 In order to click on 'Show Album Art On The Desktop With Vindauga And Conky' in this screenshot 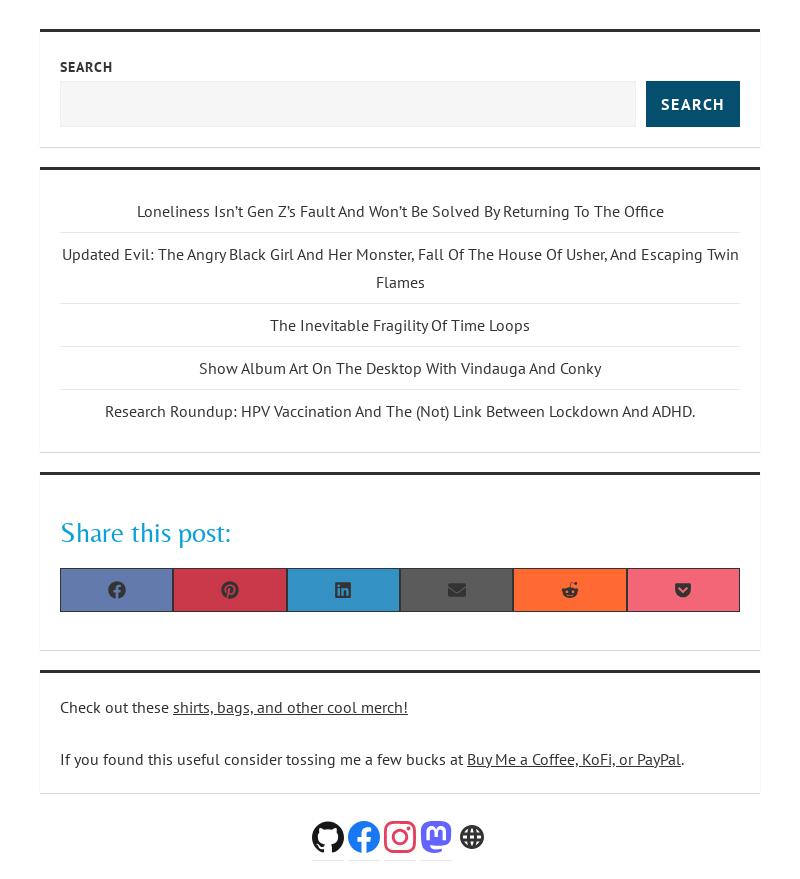, I will do `click(400, 366)`.